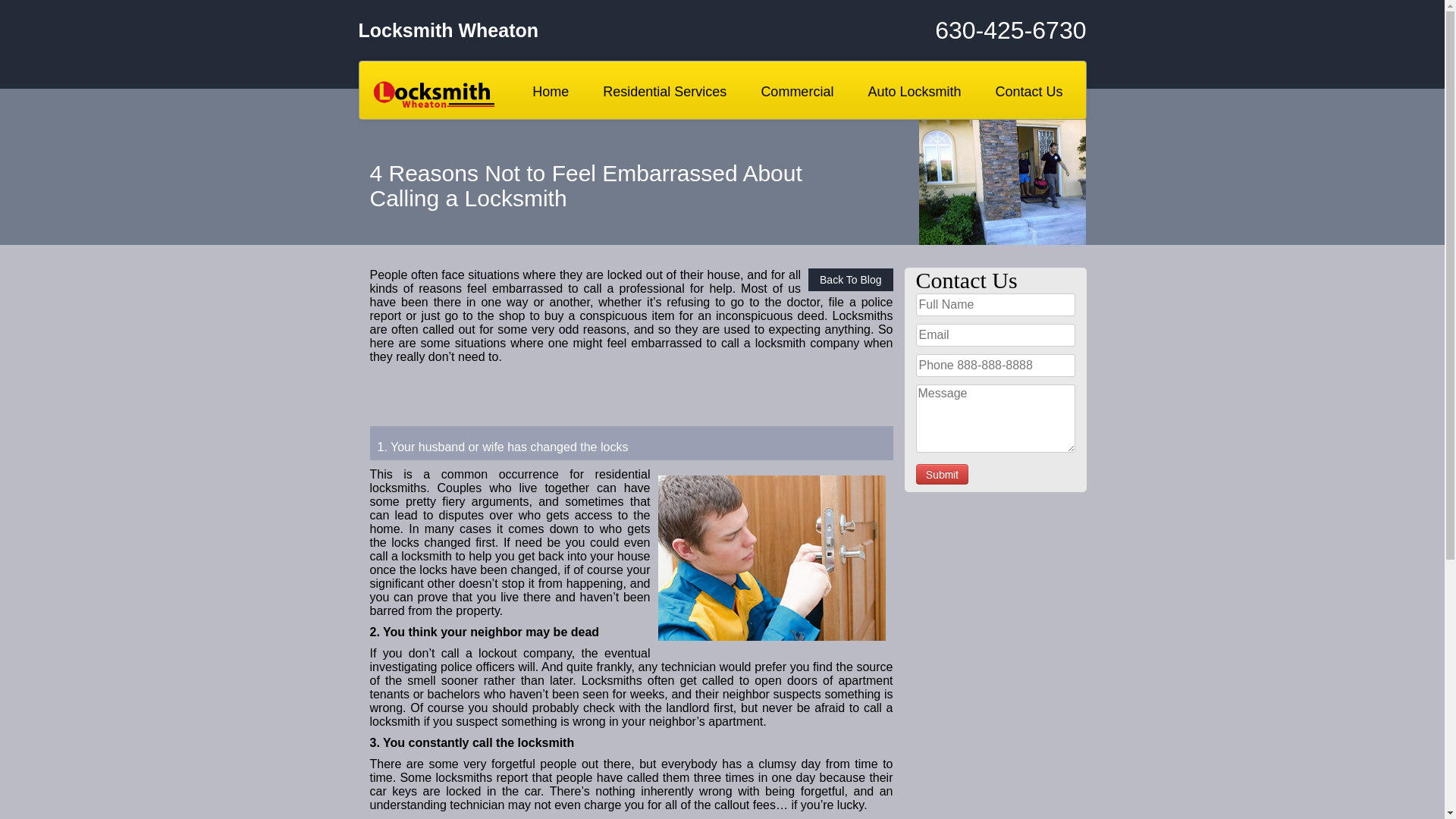 The height and width of the screenshot is (819, 1456). I want to click on '630-425-6730', so click(964, 30).